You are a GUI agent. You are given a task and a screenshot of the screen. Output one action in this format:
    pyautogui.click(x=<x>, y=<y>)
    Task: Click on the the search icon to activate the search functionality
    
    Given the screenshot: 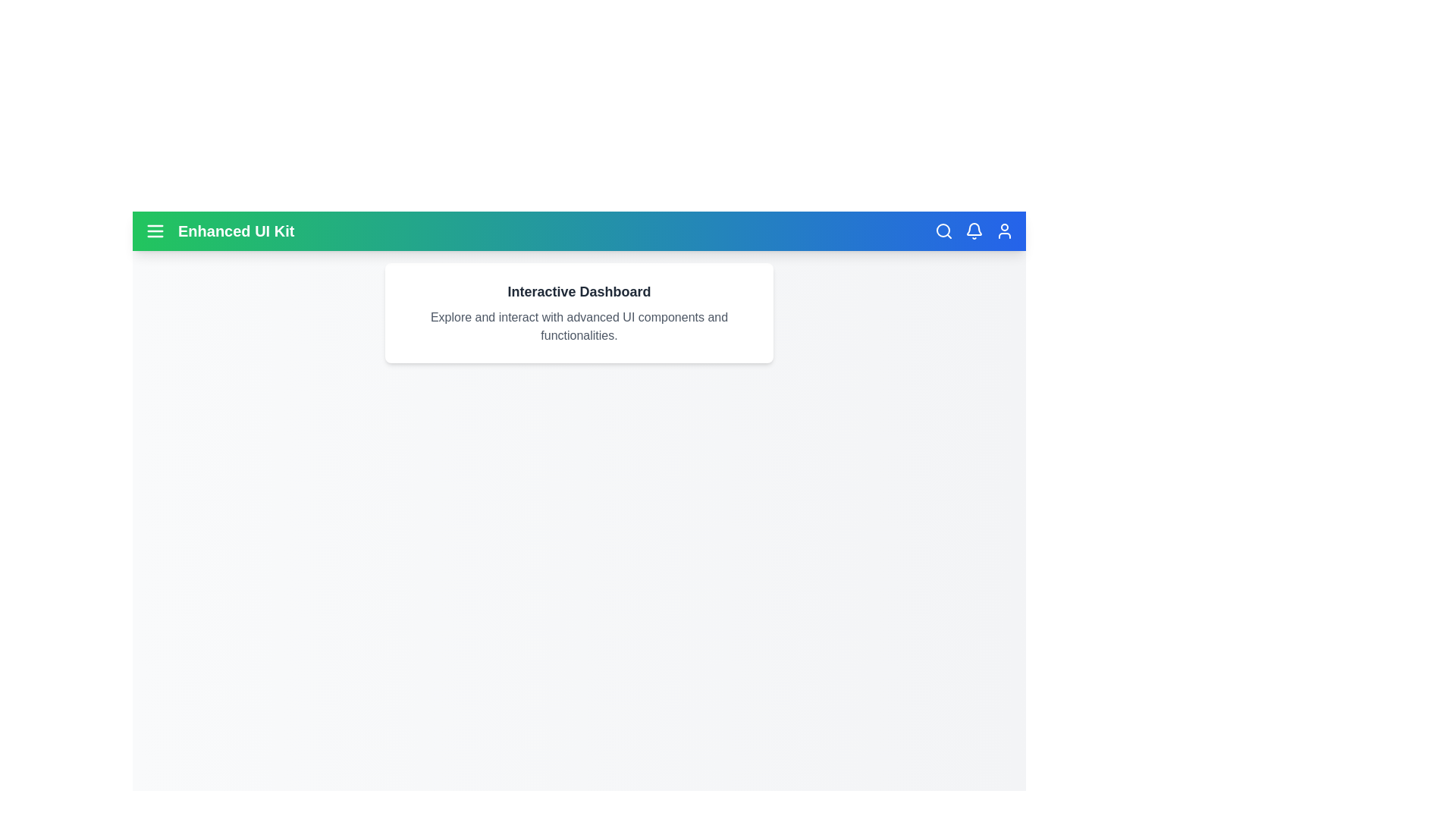 What is the action you would take?
    pyautogui.click(x=943, y=231)
    